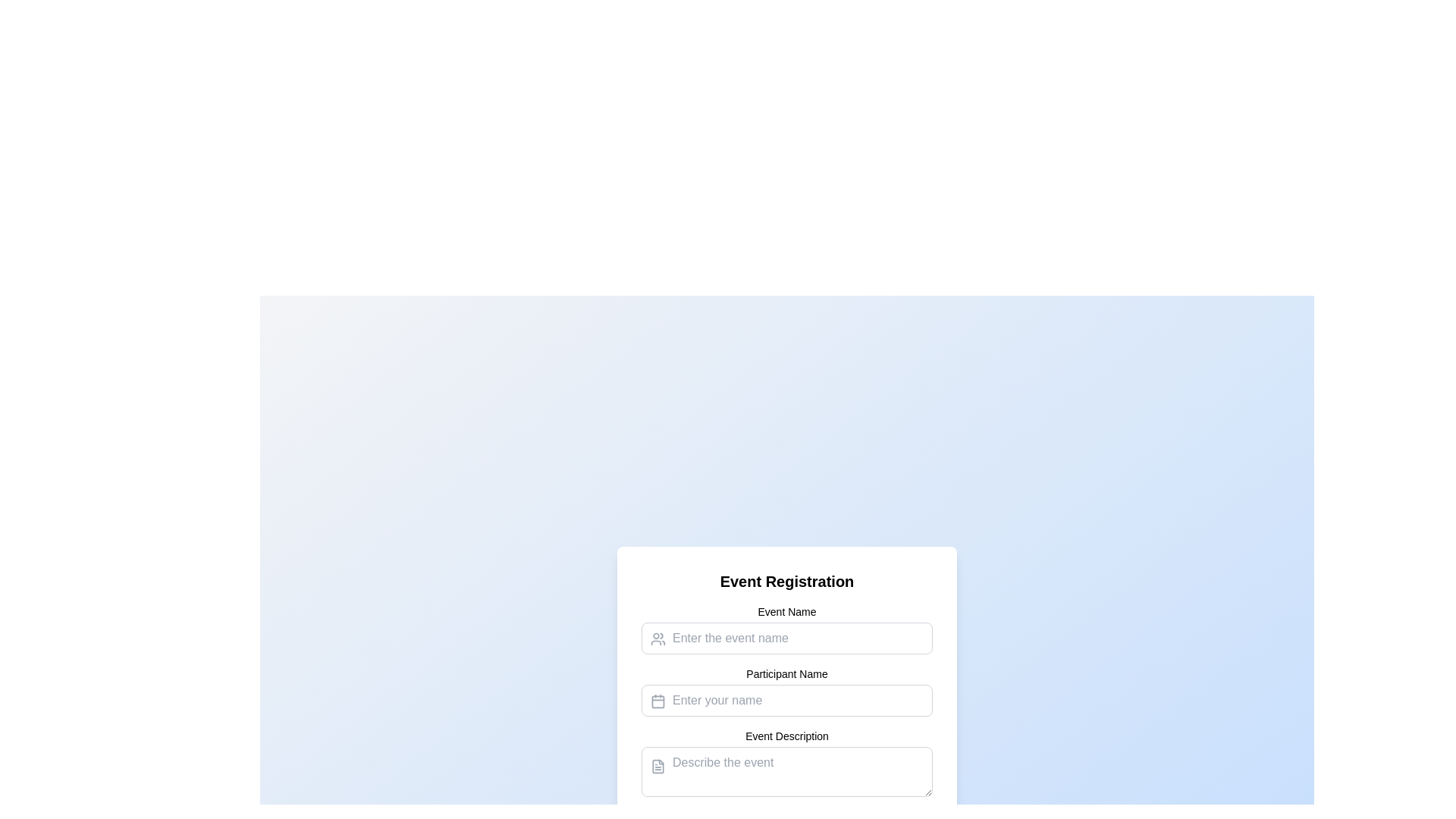 The image size is (1456, 819). What do you see at coordinates (658, 701) in the screenshot?
I see `the decorative visual element within the calendar icon, which enhances the input field for participant name entry in the Event Registration interface` at bounding box center [658, 701].